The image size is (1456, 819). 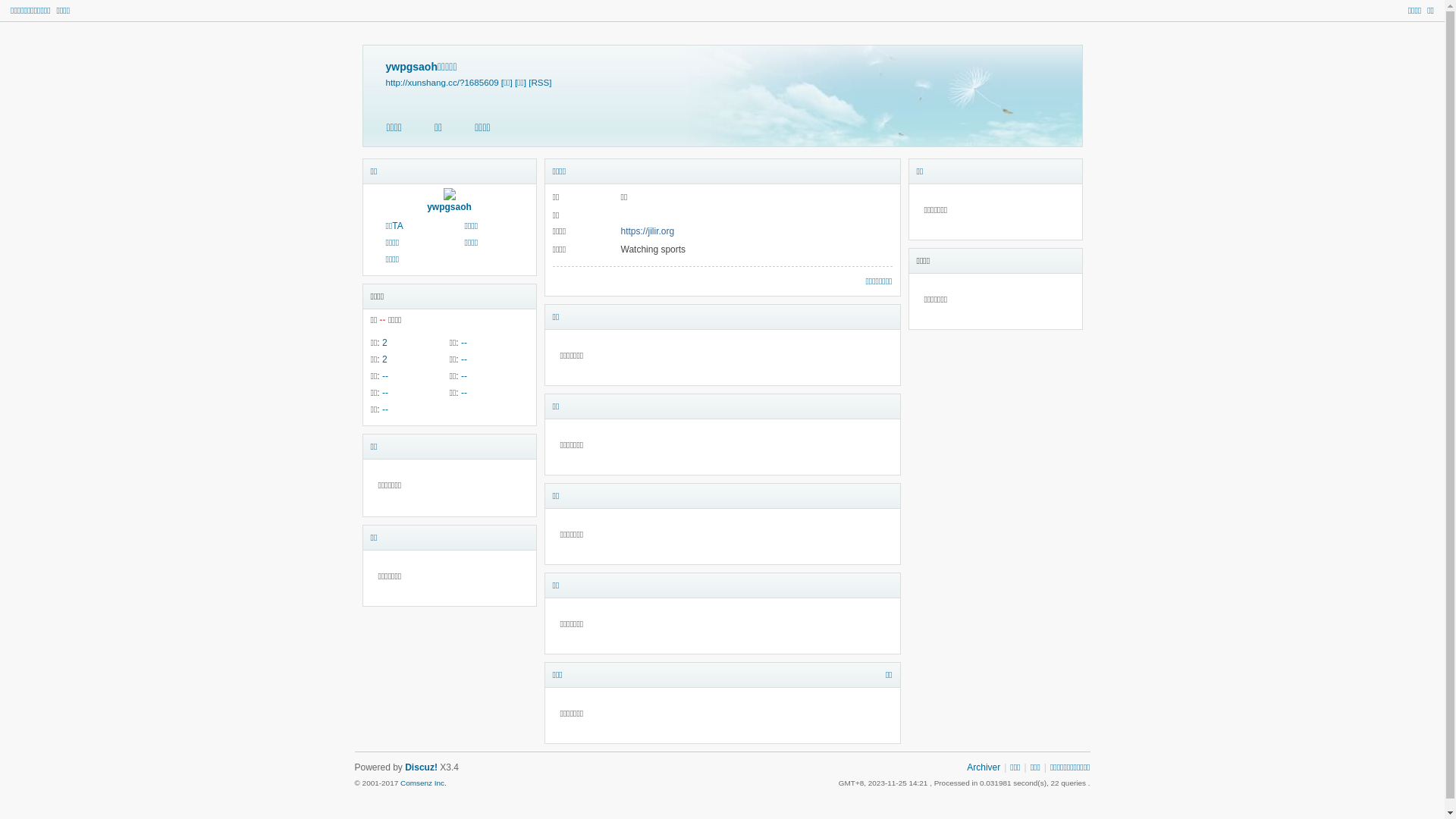 I want to click on '2', so click(x=384, y=342).